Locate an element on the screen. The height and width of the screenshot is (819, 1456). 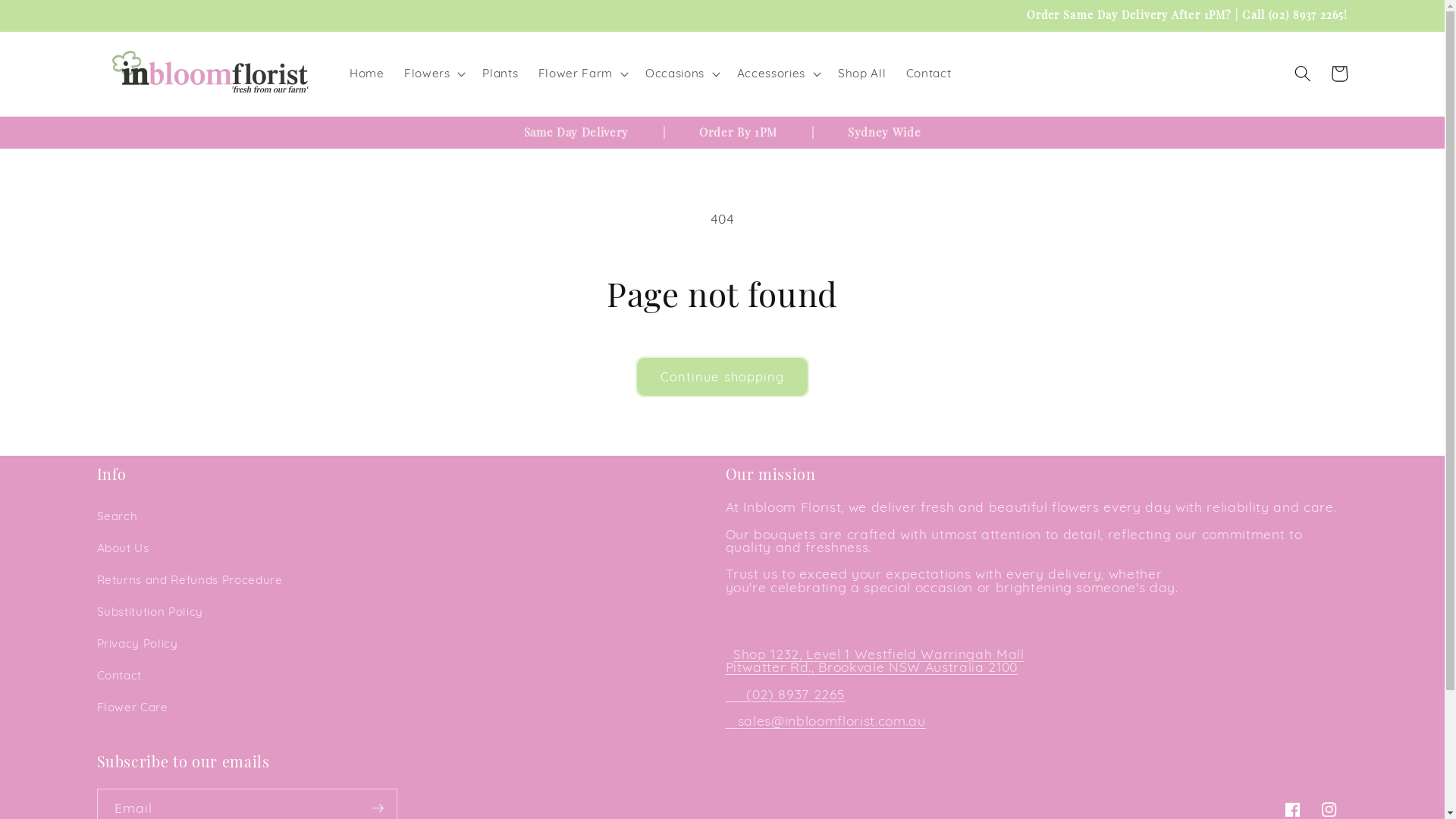
'Contact' is located at coordinates (927, 73).